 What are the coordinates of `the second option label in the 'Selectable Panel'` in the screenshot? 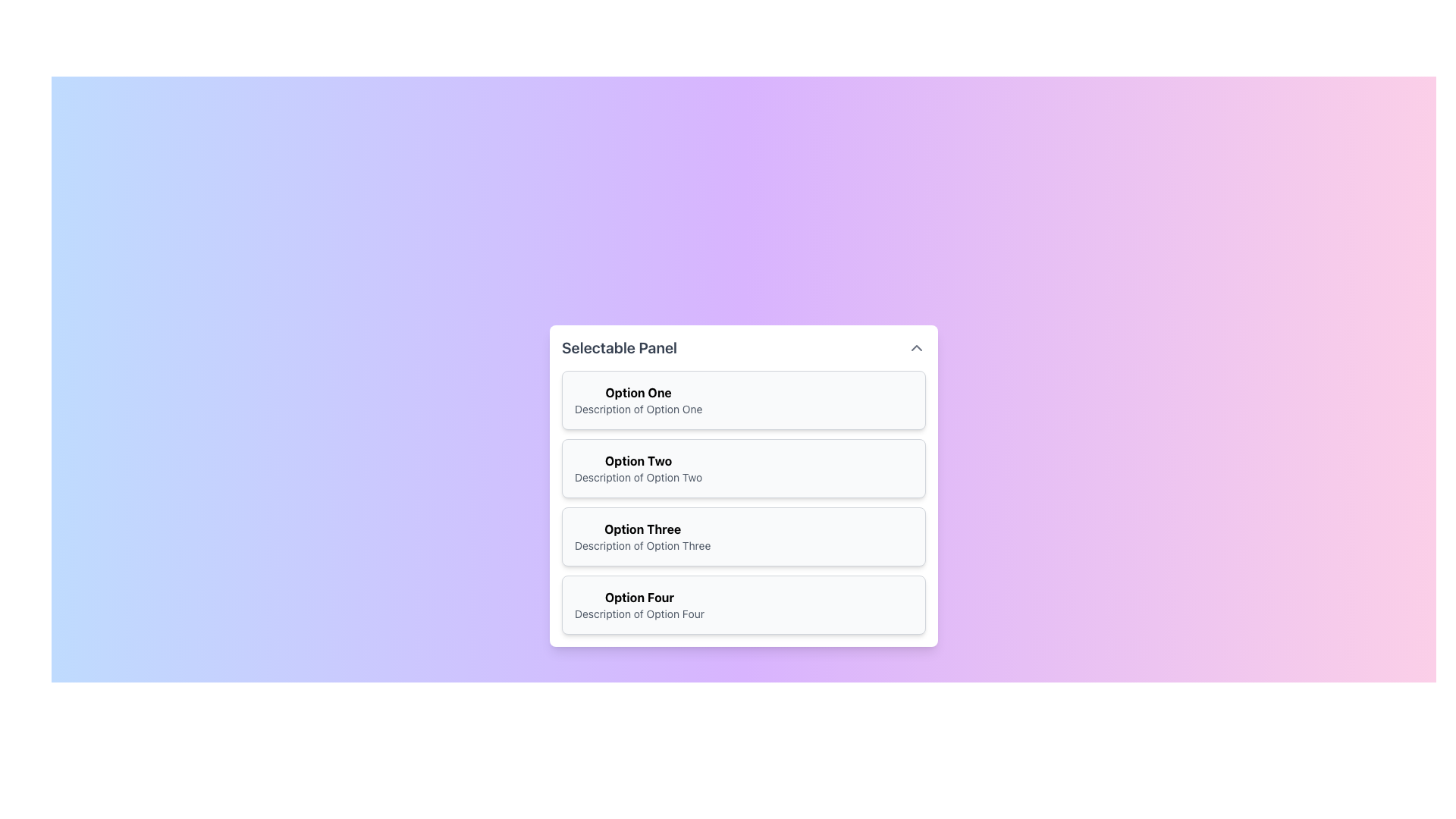 It's located at (639, 460).